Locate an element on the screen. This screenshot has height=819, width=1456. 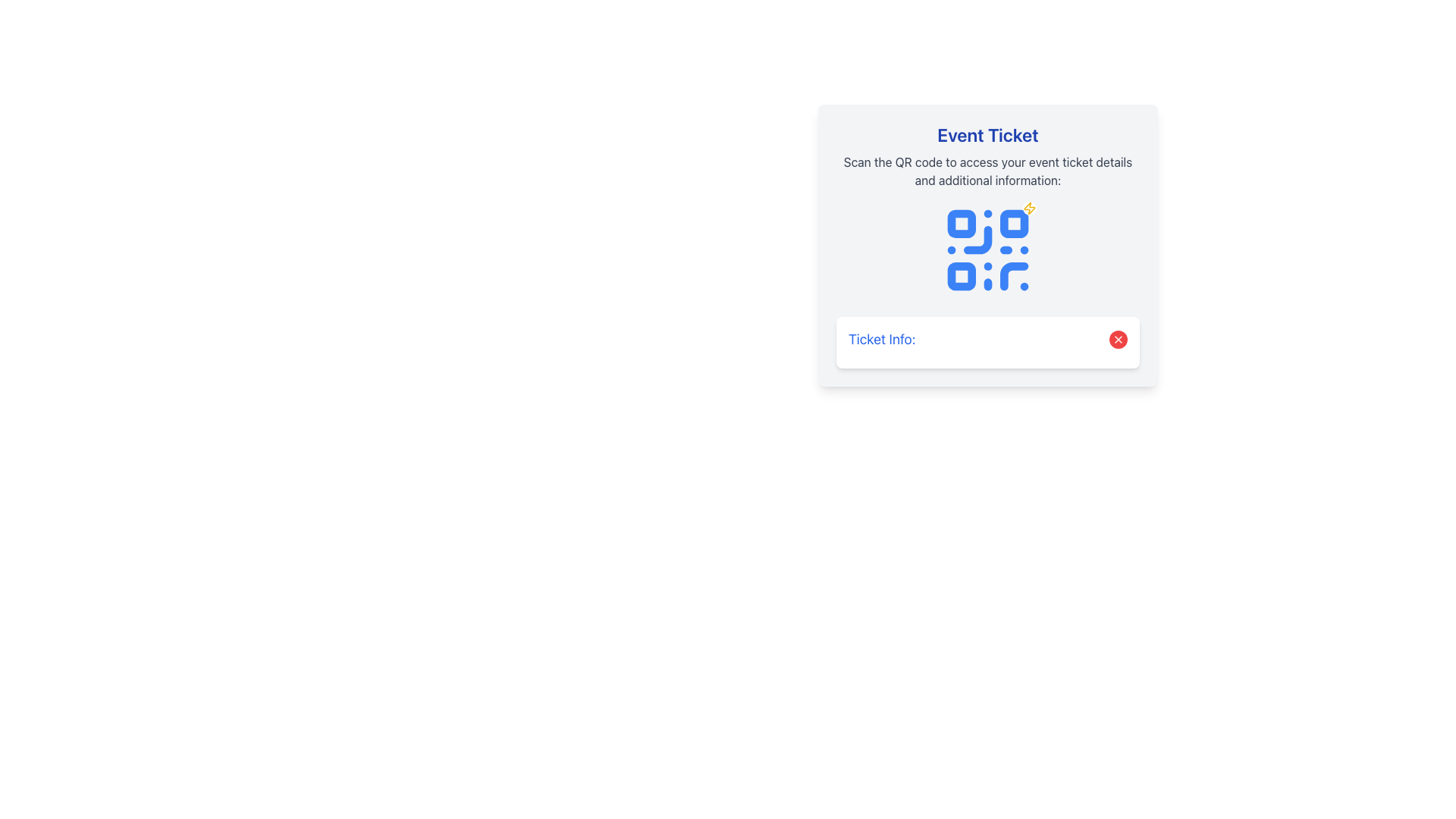
the 'X' icon located within the red circular button to the right of the 'Ticket Info:' text field in the main UI card is located at coordinates (1118, 338).